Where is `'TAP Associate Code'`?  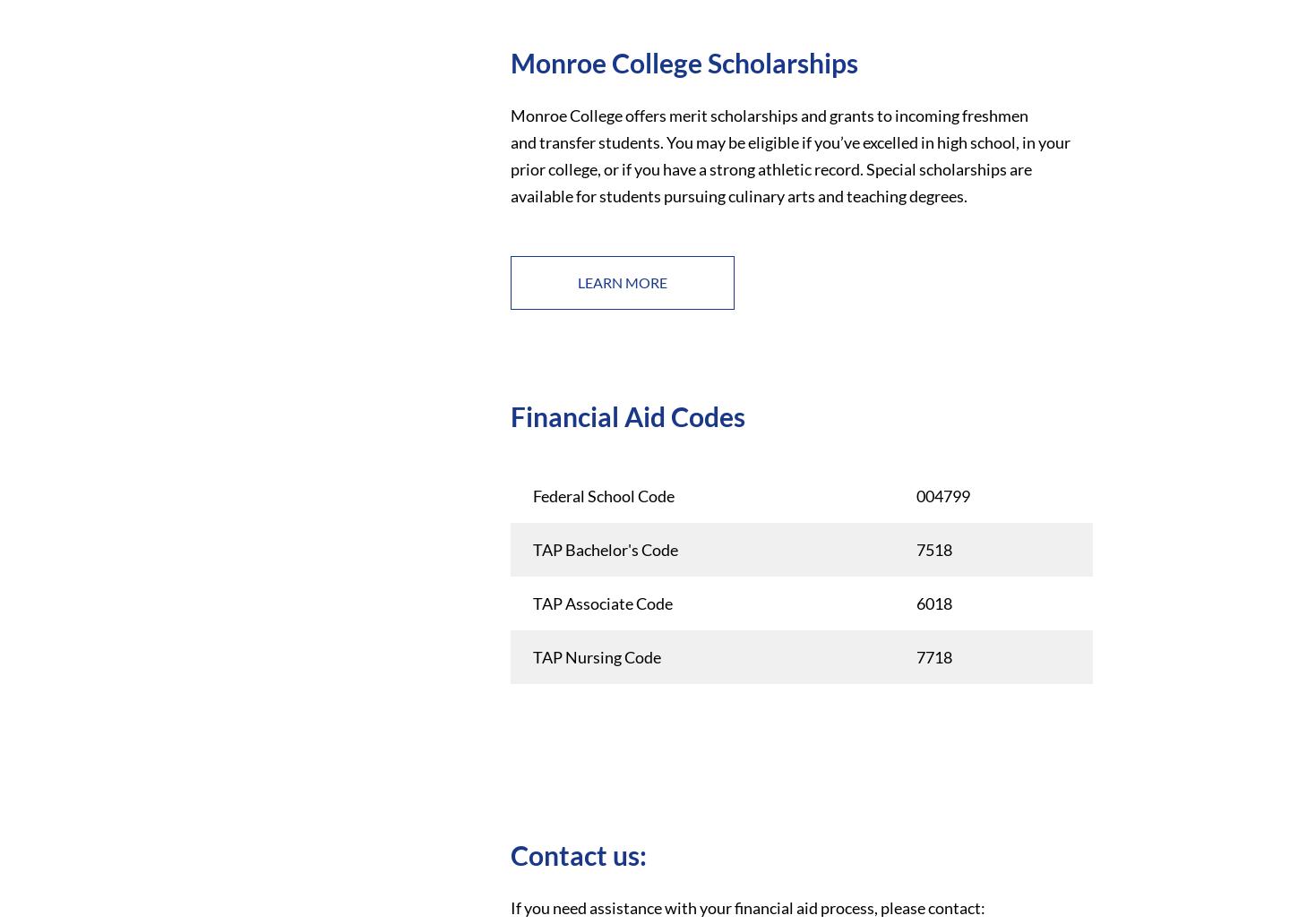
'TAP Associate Code' is located at coordinates (602, 601).